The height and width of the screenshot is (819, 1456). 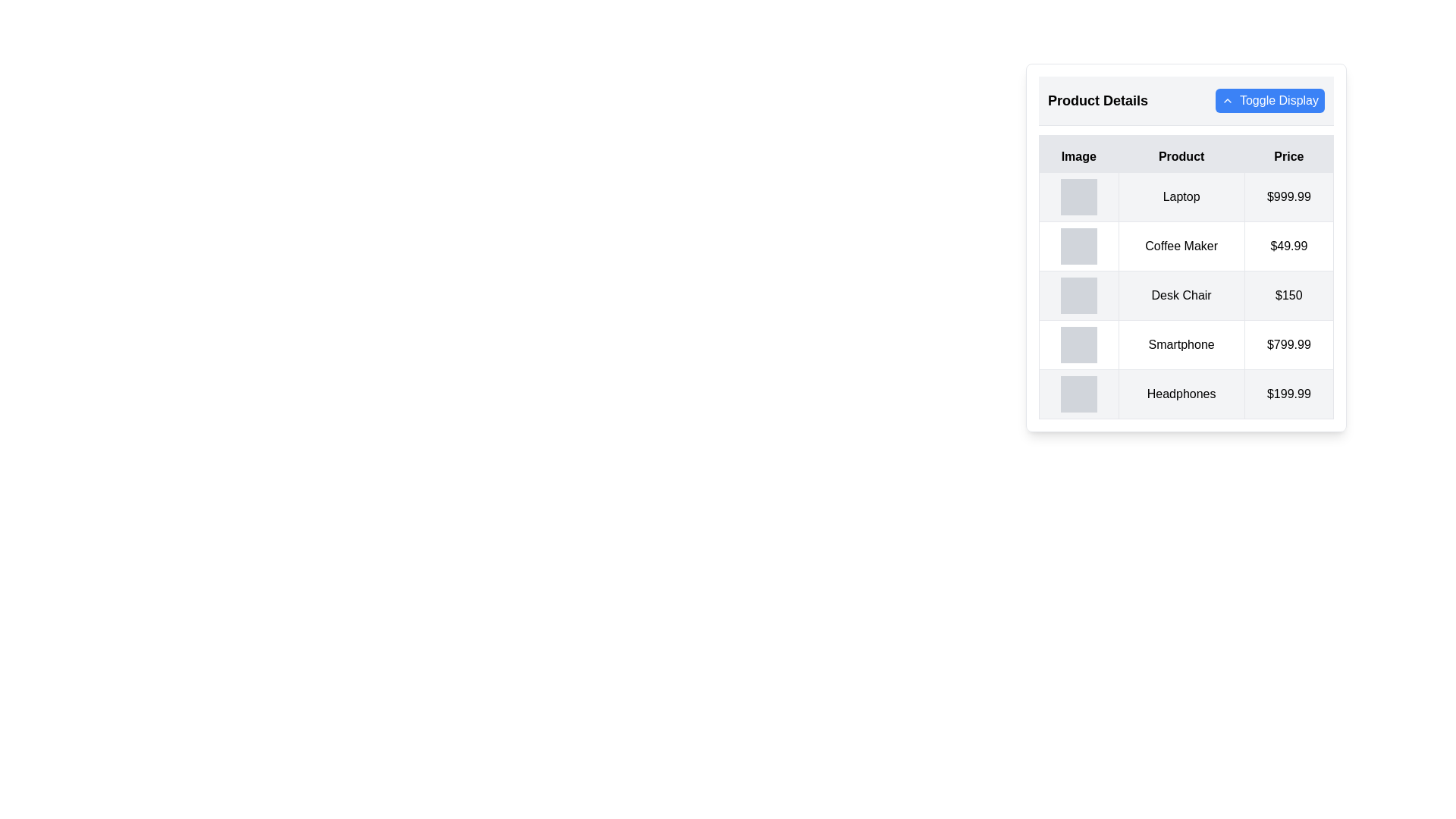 What do you see at coordinates (1185, 295) in the screenshot?
I see `the third row of the product table displaying the details for 'Desk Chair' priced at '$150'` at bounding box center [1185, 295].